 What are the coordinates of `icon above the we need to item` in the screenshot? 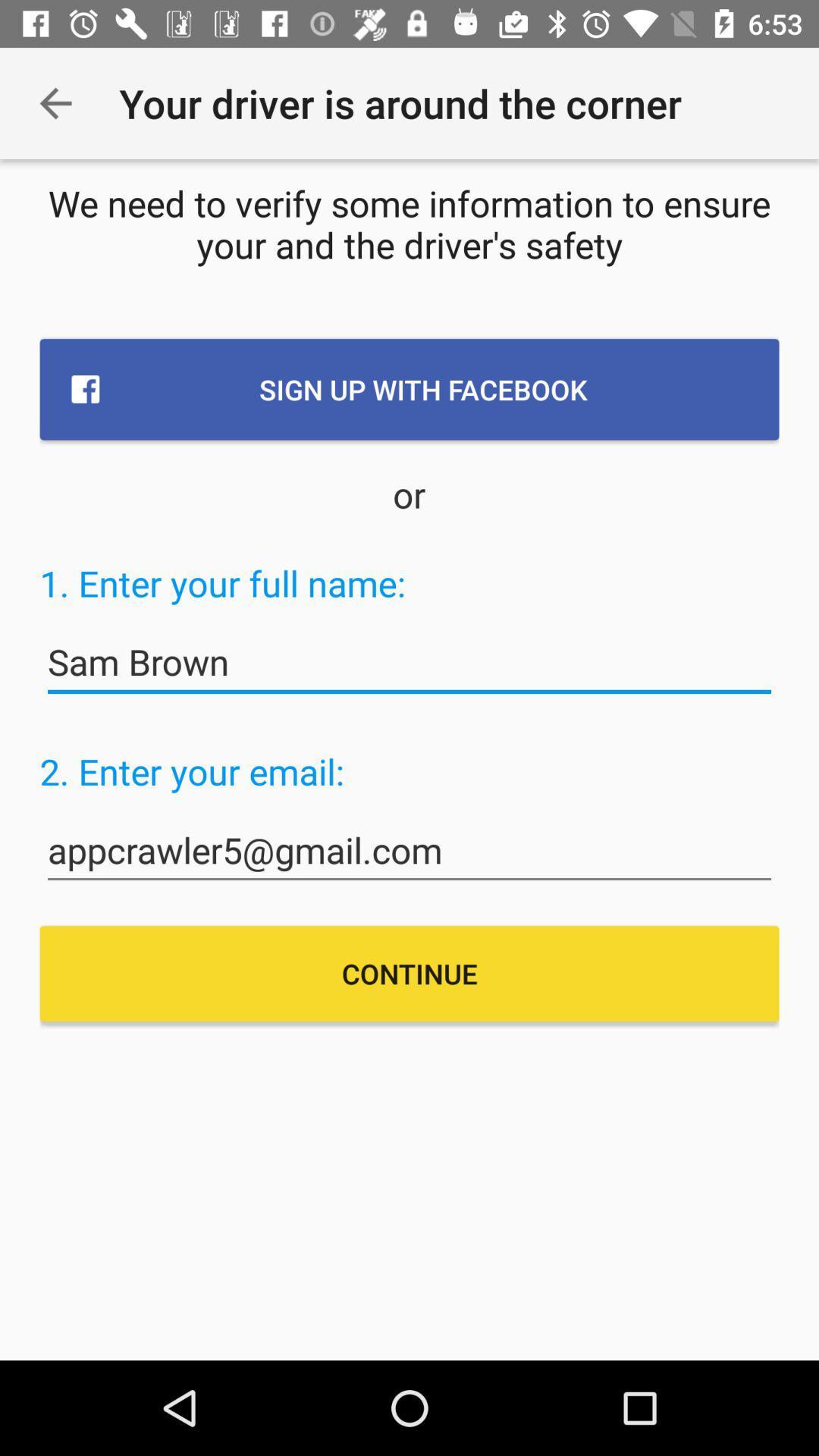 It's located at (55, 102).